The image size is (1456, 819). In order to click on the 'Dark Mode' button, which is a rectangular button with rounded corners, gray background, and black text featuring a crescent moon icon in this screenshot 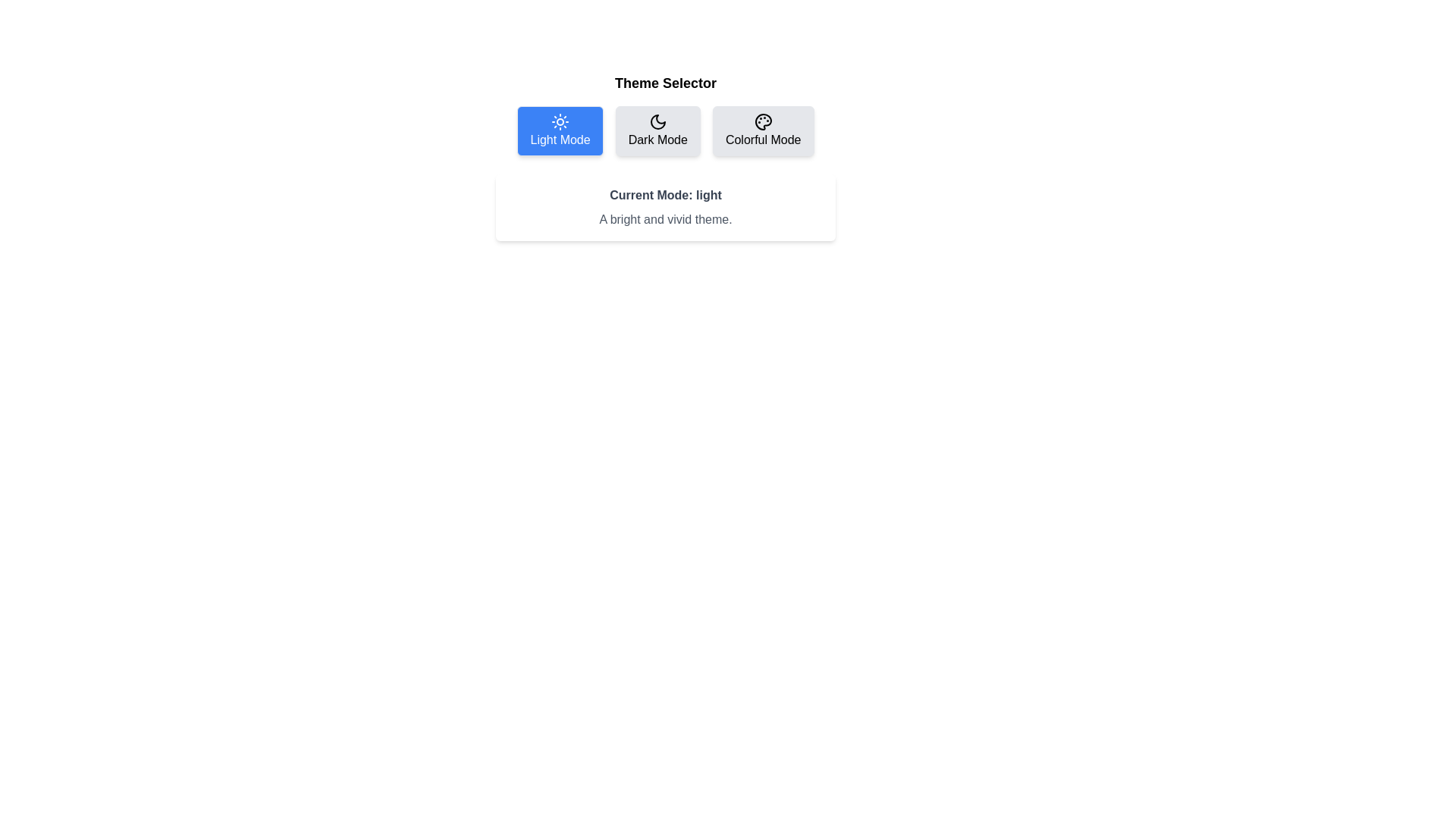, I will do `click(657, 130)`.